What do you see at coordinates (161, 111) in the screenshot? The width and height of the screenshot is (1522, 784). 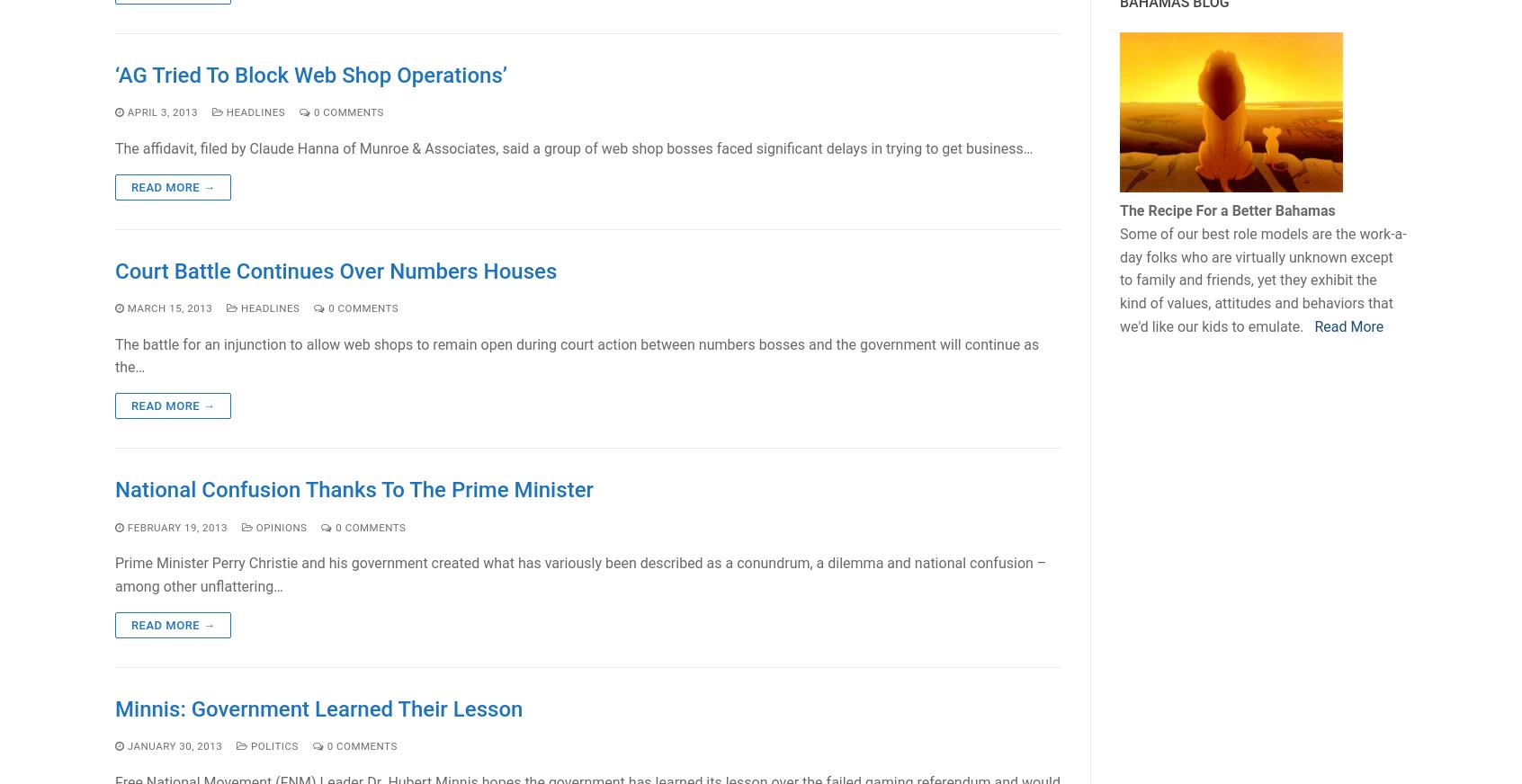 I see `'April 3, 2013'` at bounding box center [161, 111].